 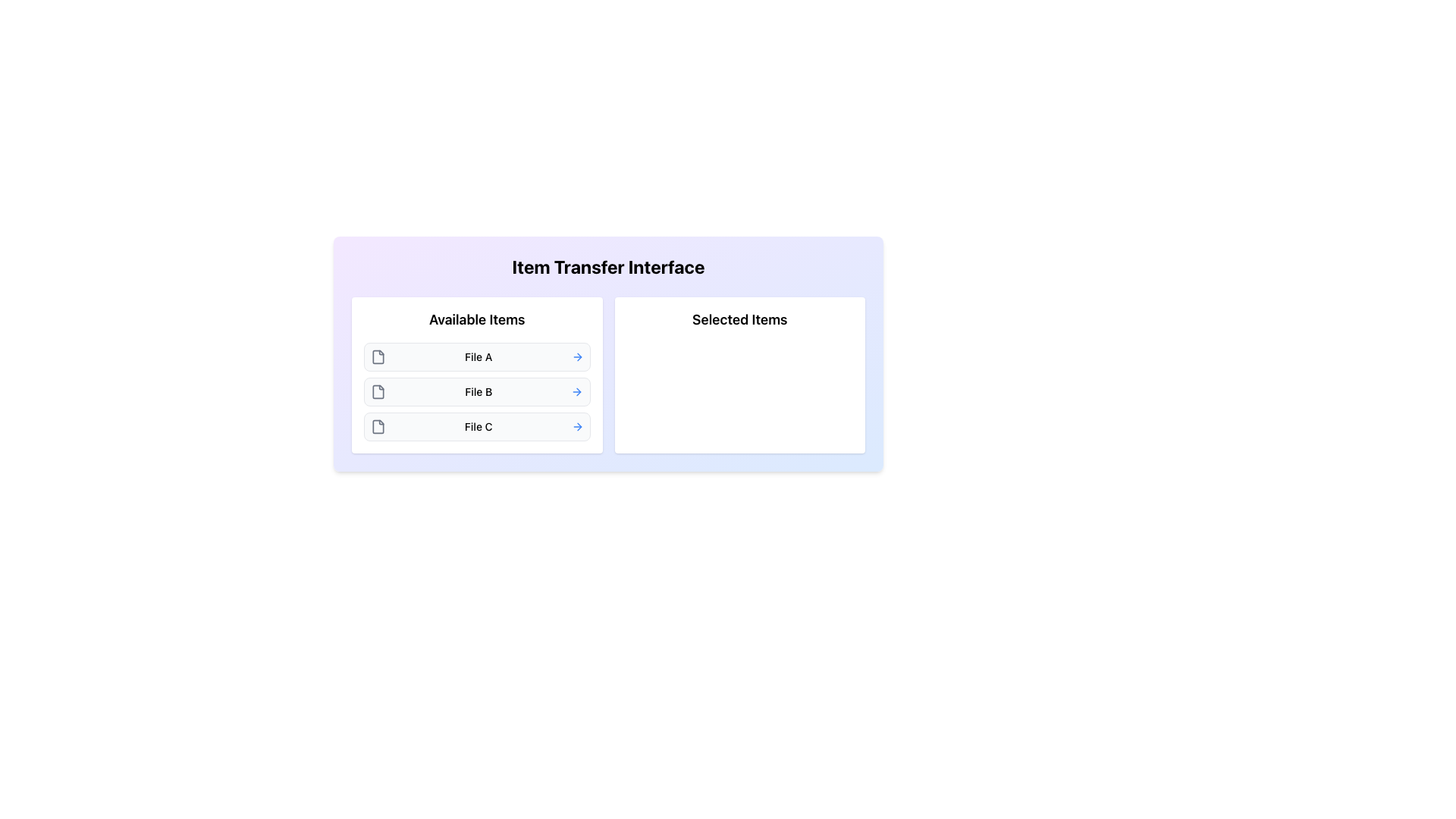 What do you see at coordinates (378, 356) in the screenshot?
I see `the file icon representing 'File A', which is the leftmost element in the first row of the 'Available Items' list` at bounding box center [378, 356].